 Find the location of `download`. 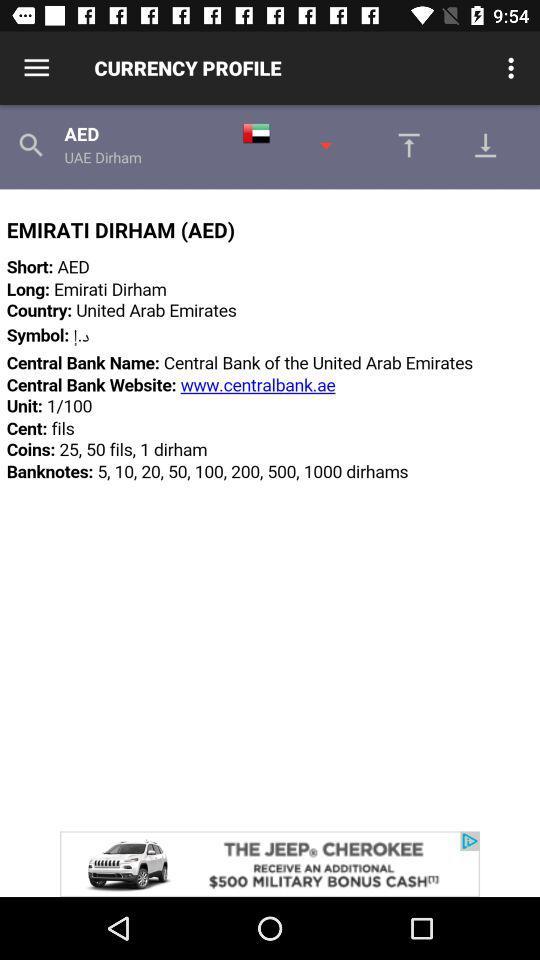

download is located at coordinates (403, 144).